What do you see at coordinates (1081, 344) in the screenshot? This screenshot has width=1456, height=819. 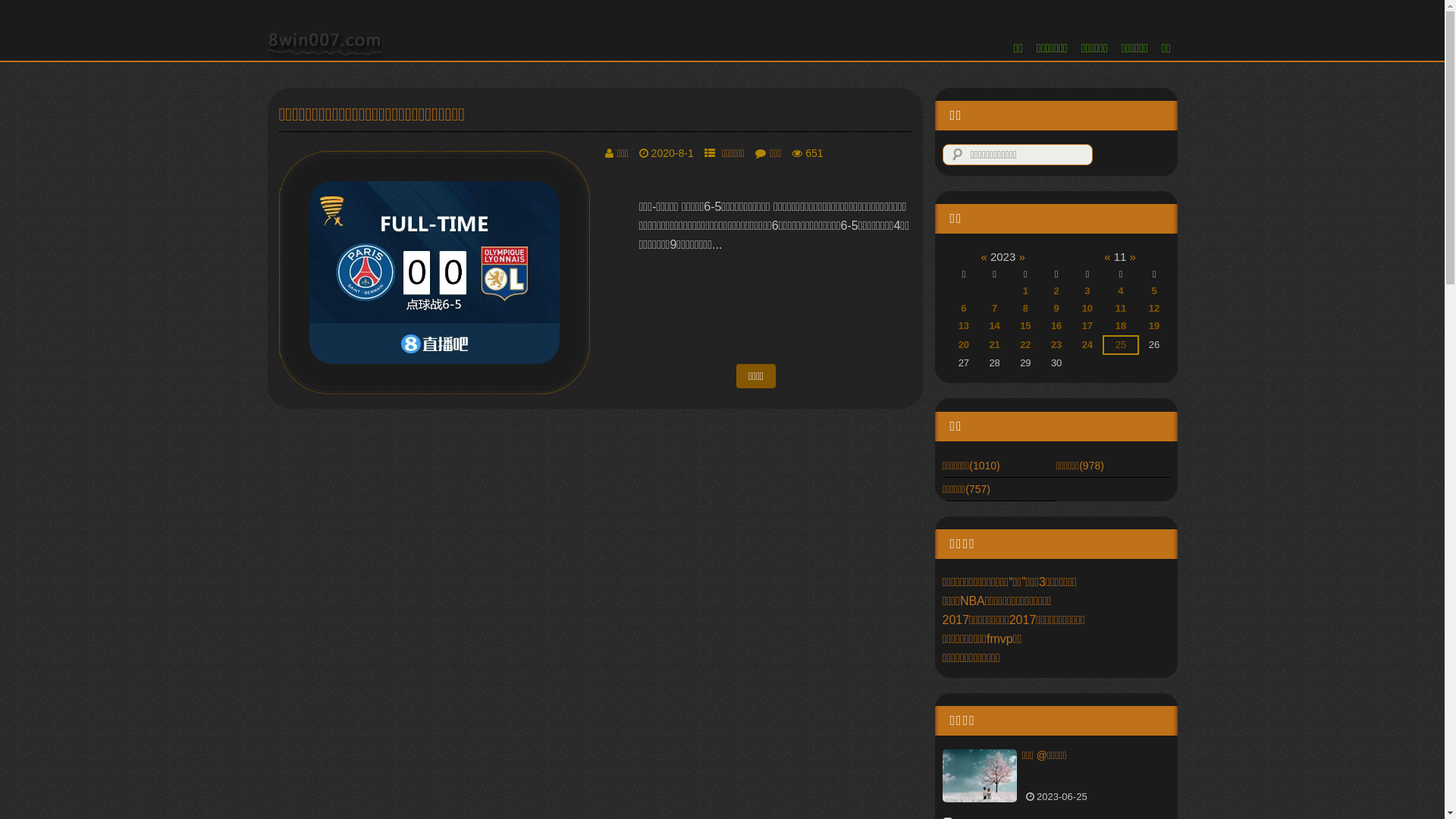 I see `'24'` at bounding box center [1081, 344].